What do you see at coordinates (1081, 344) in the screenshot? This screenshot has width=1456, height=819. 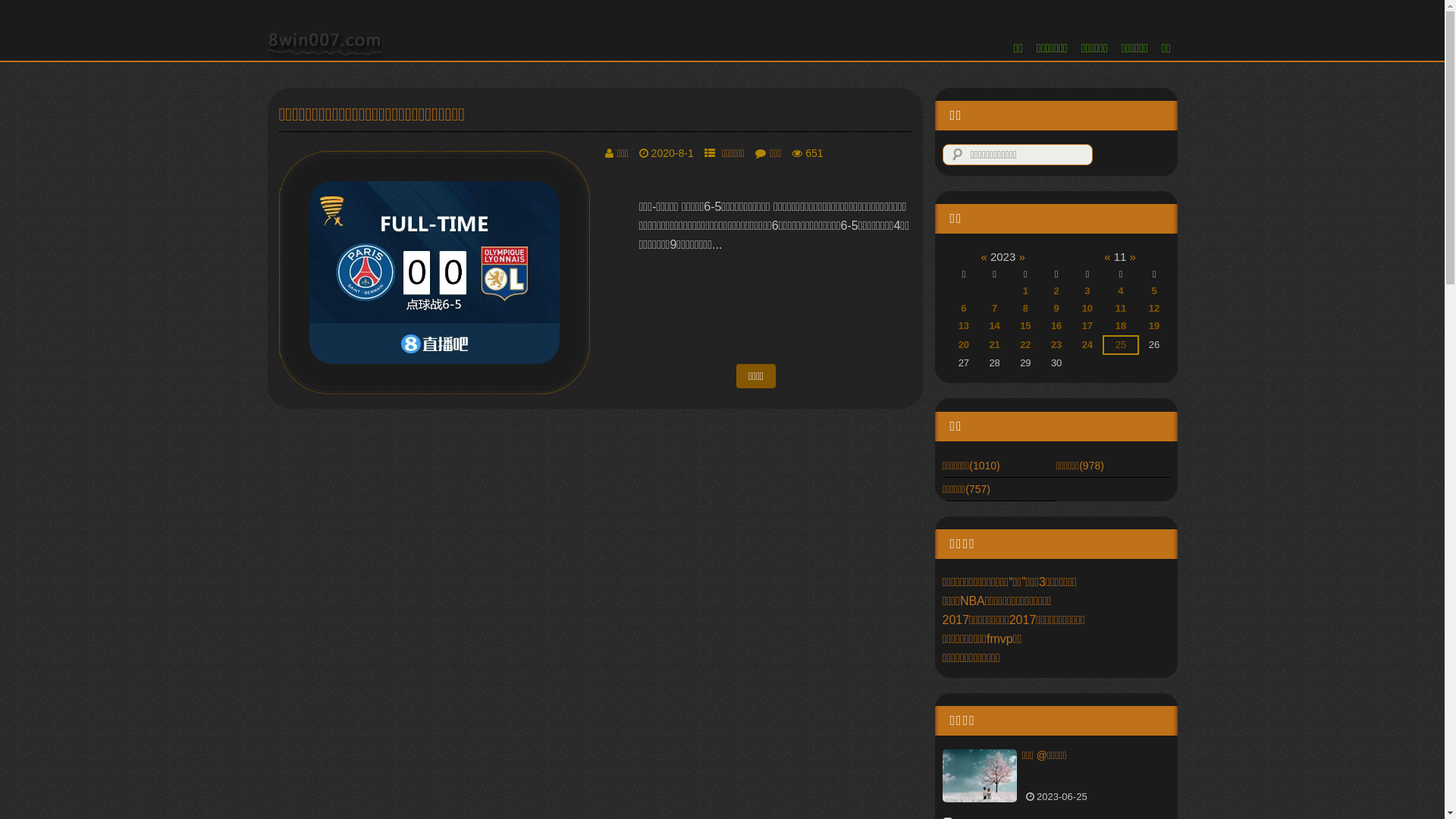 I see `'24'` at bounding box center [1081, 344].